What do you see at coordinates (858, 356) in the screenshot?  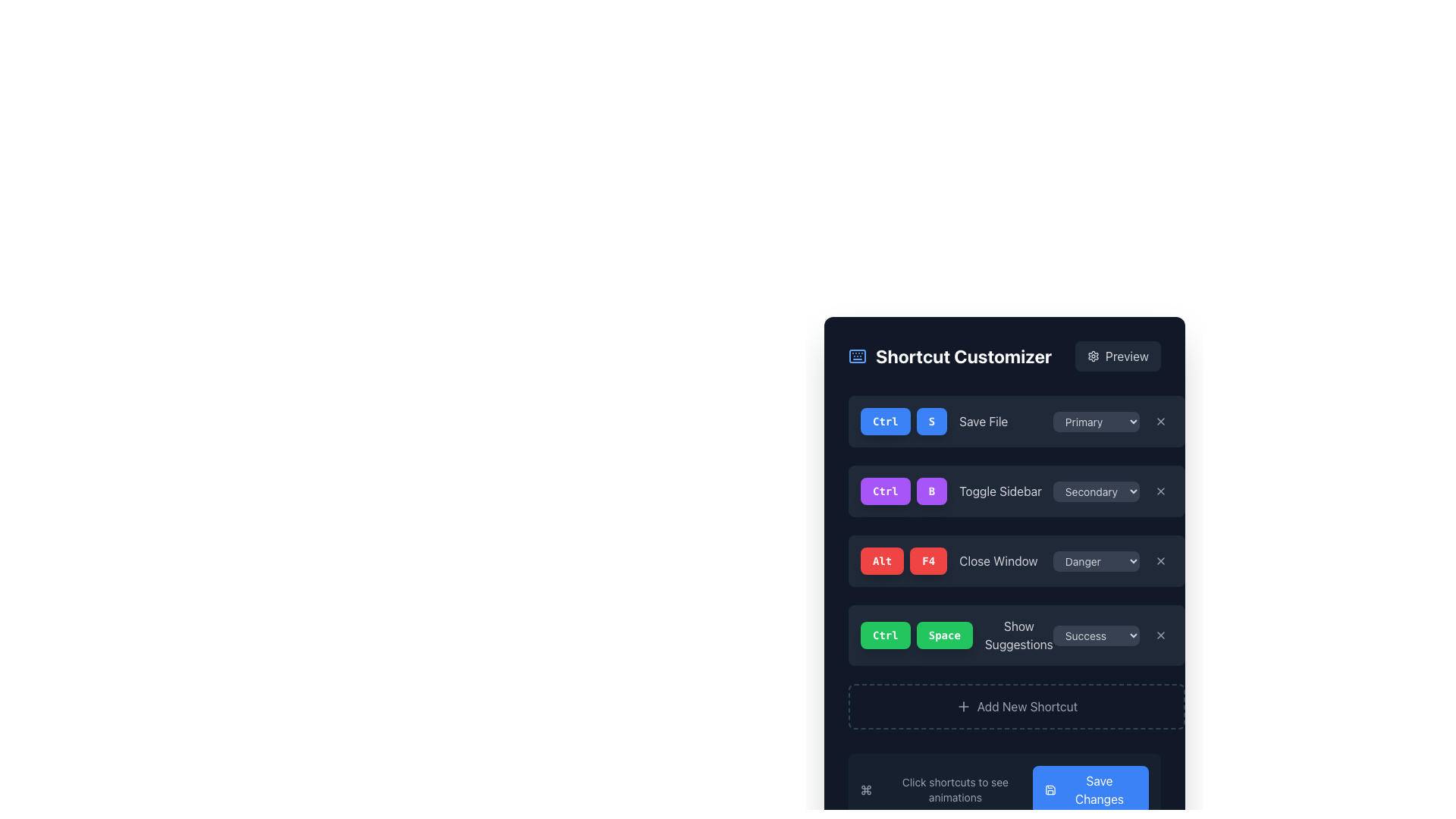 I see `the icon representing keyboard shortcuts located in the header section of the 'Shortcut Customizer' panel, which is aligned with the heading text` at bounding box center [858, 356].